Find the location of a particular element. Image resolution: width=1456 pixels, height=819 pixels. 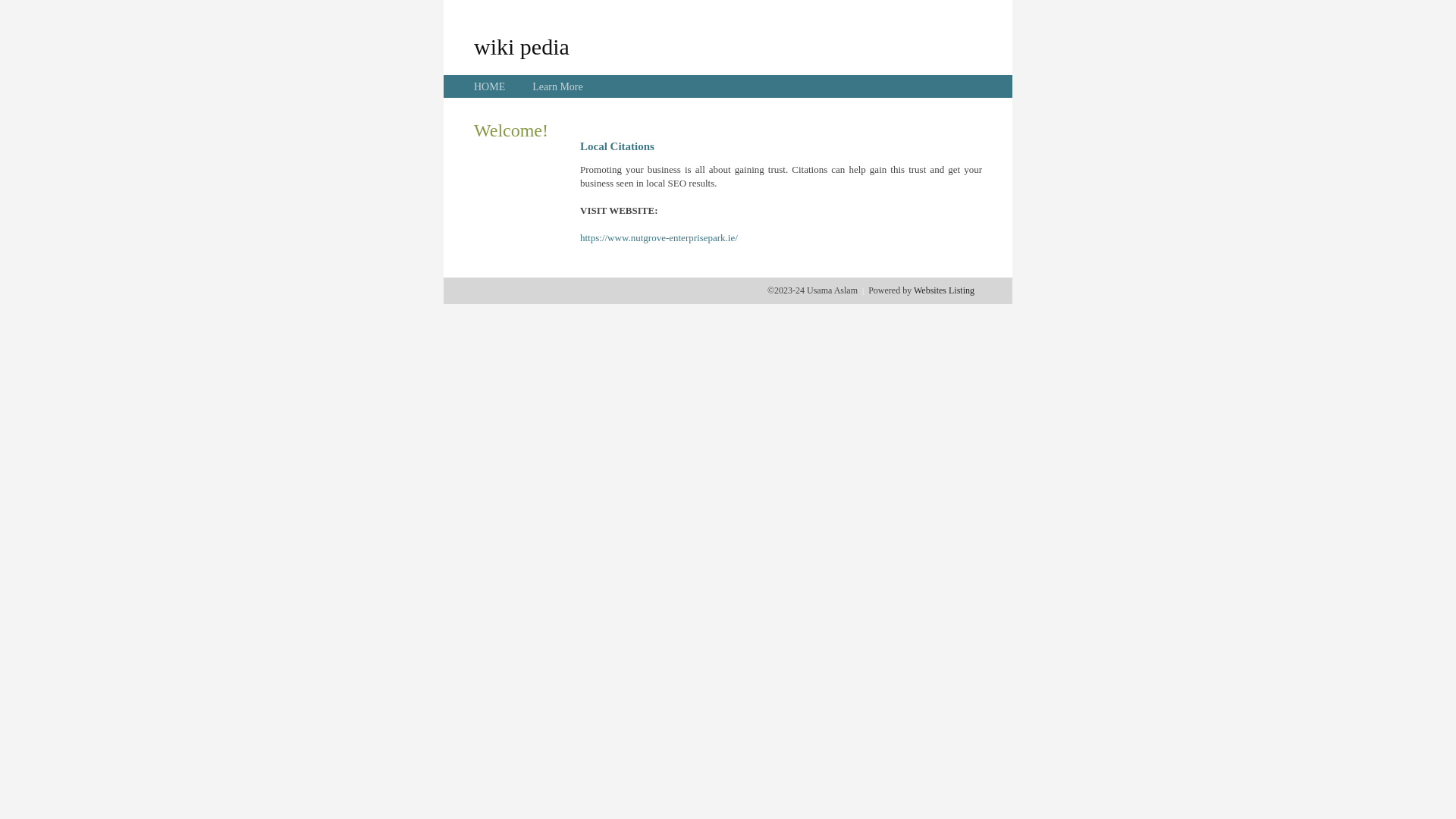

'Learn More' is located at coordinates (556, 86).